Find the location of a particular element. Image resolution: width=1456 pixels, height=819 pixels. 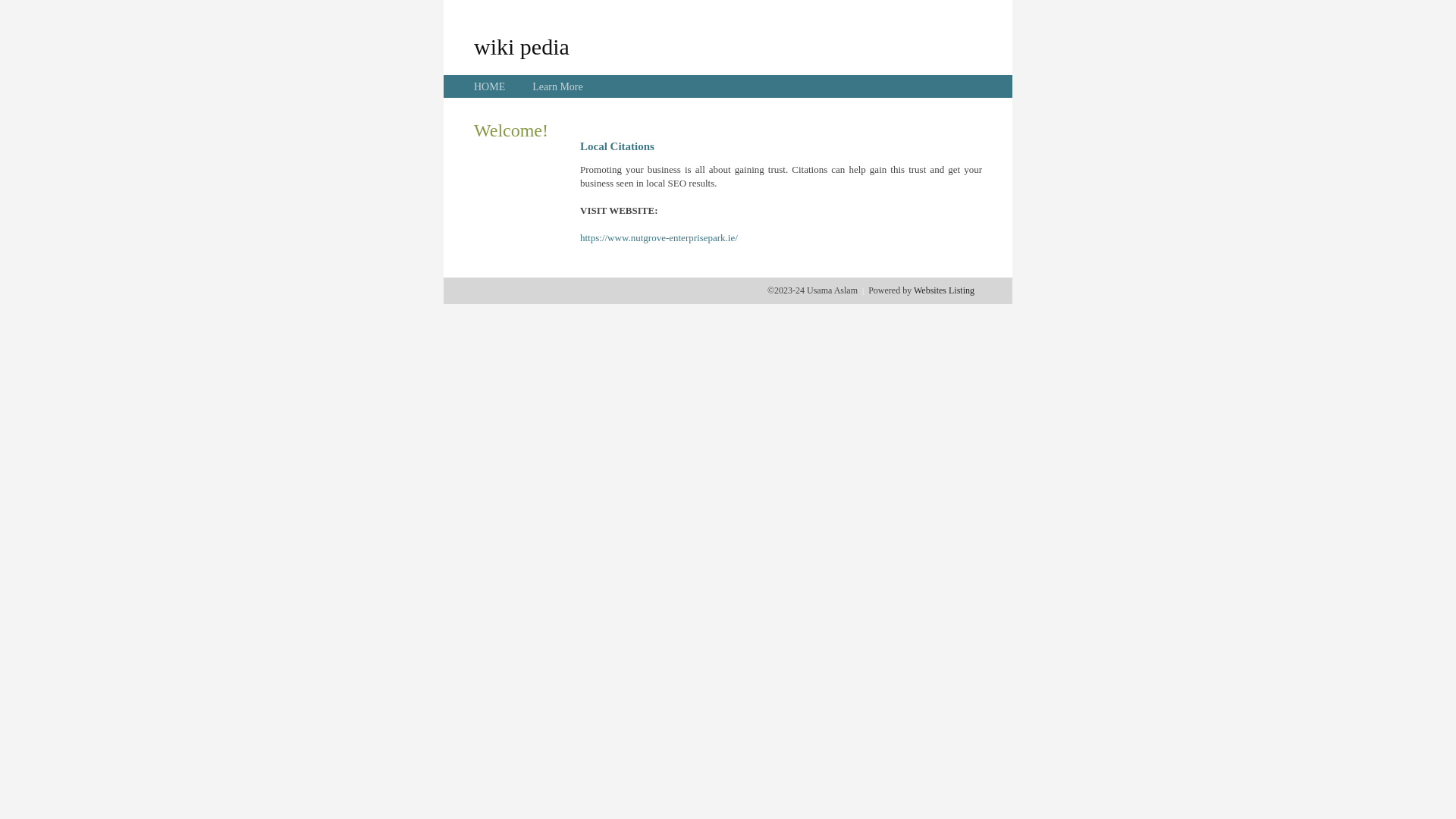

'Learn More' is located at coordinates (556, 86).